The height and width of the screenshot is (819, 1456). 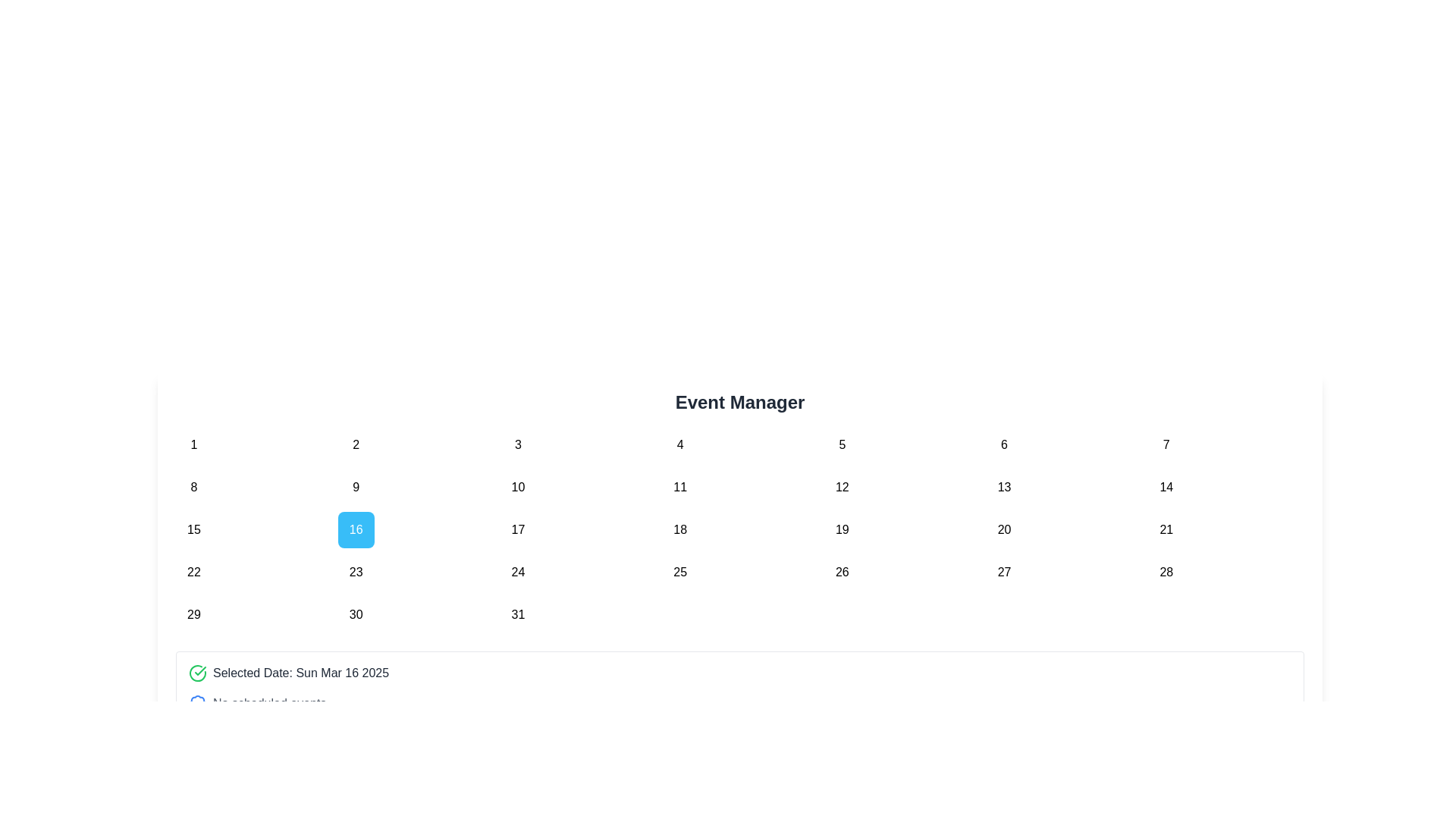 What do you see at coordinates (1004, 529) in the screenshot?
I see `the rounded square button labeled '20' with a white background` at bounding box center [1004, 529].